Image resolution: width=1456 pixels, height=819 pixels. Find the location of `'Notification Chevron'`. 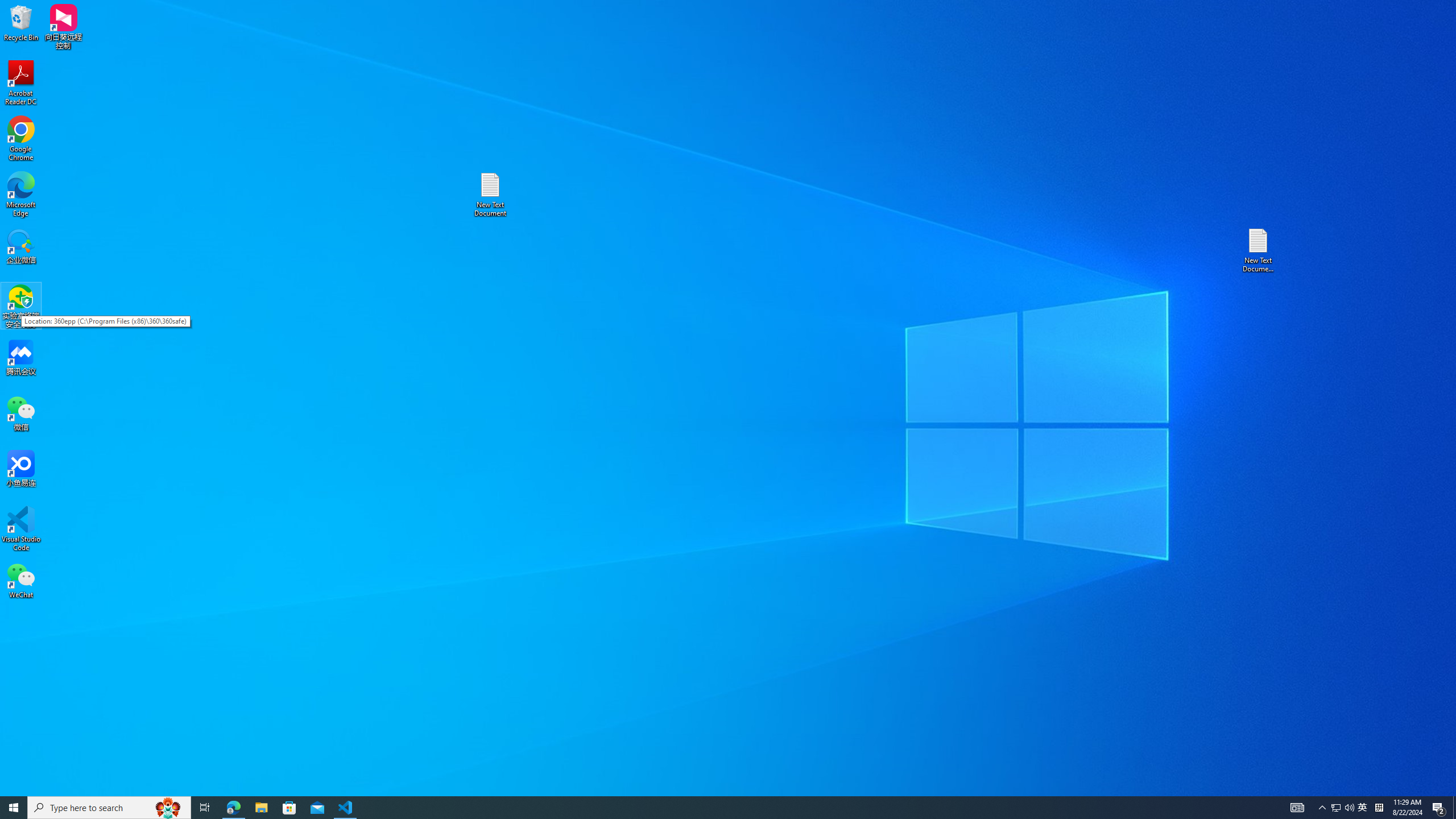

'Notification Chevron' is located at coordinates (1322, 806).